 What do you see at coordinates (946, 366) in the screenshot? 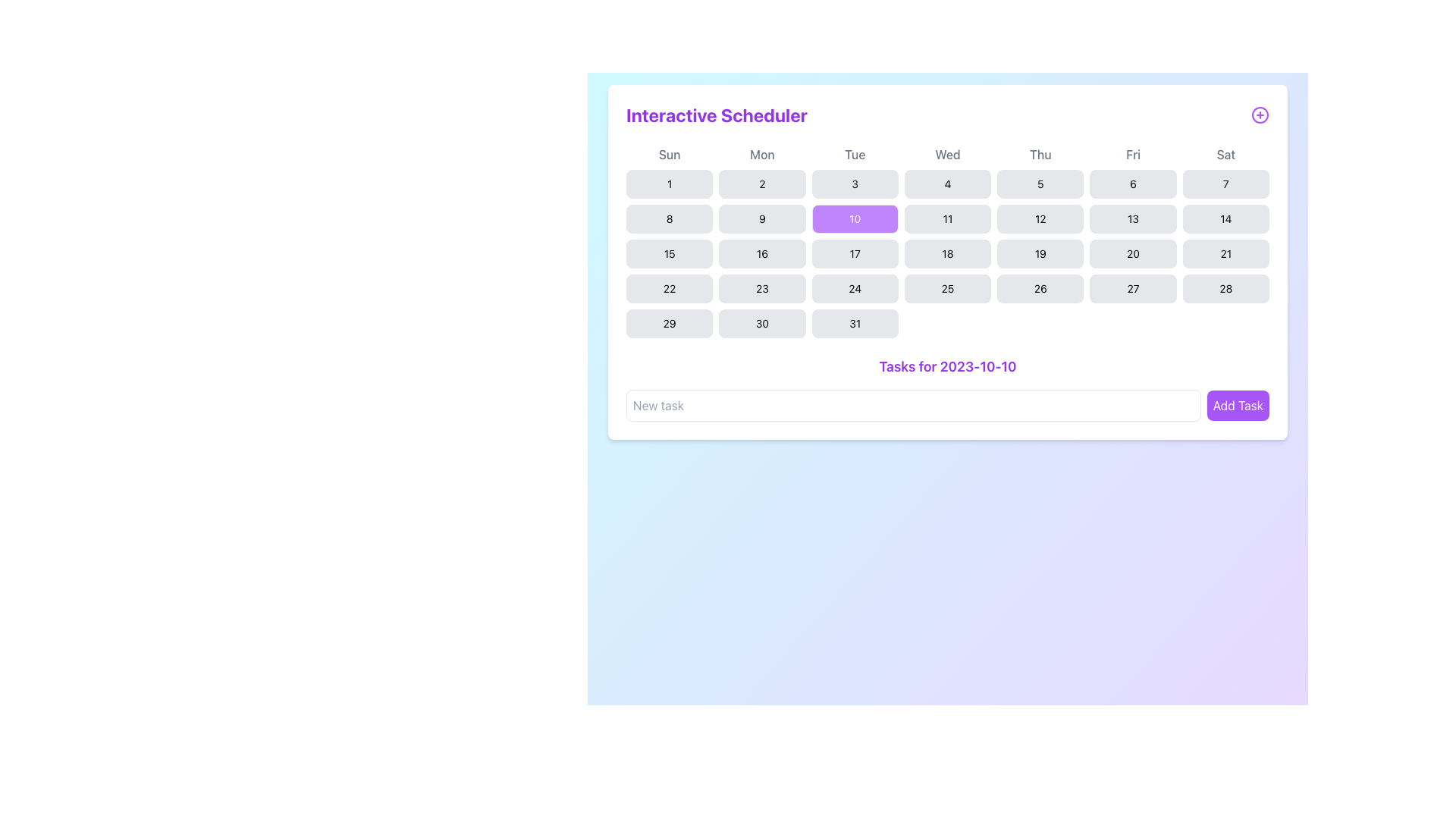
I see `the static text header indicating the tasks associated with the date '2023-10-10', located below the calendar and above the 'Add Task' button` at bounding box center [946, 366].